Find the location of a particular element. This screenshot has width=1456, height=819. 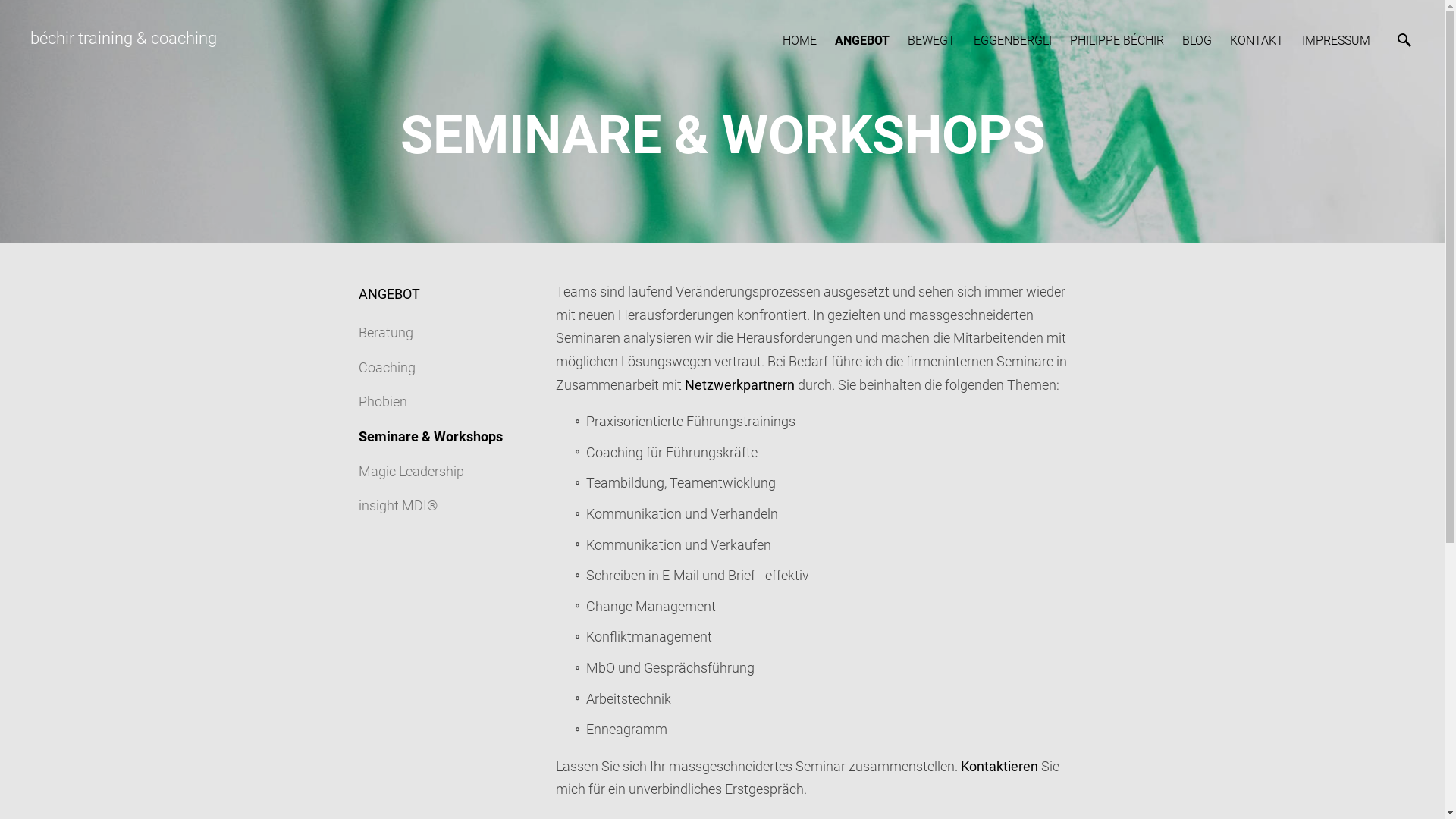

'ANGEBOT' is located at coordinates (388, 293).